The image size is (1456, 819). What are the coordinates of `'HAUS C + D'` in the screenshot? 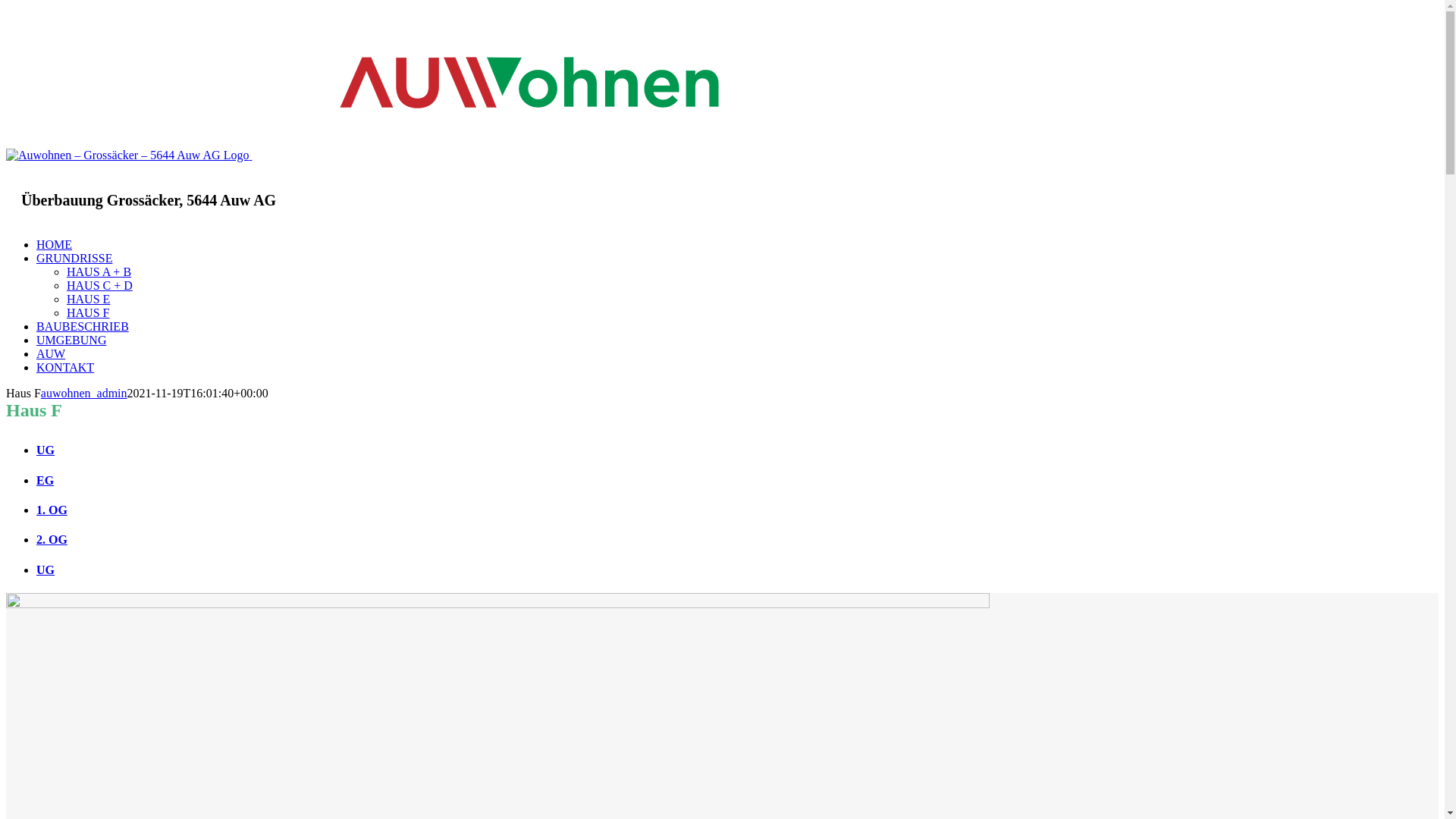 It's located at (99, 285).